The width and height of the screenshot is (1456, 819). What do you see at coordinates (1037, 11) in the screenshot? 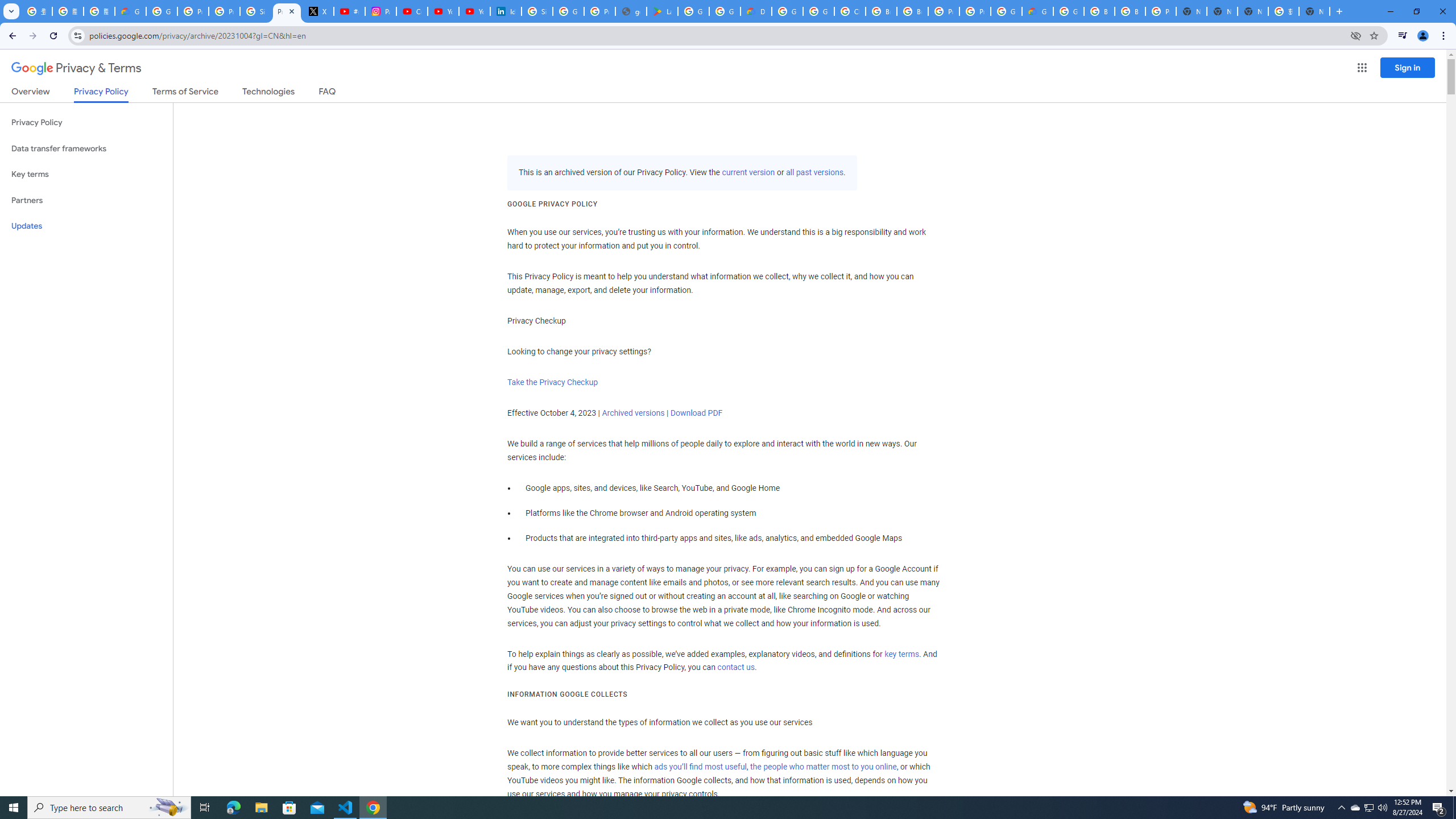
I see `'Google Cloud Estimate Summary'` at bounding box center [1037, 11].